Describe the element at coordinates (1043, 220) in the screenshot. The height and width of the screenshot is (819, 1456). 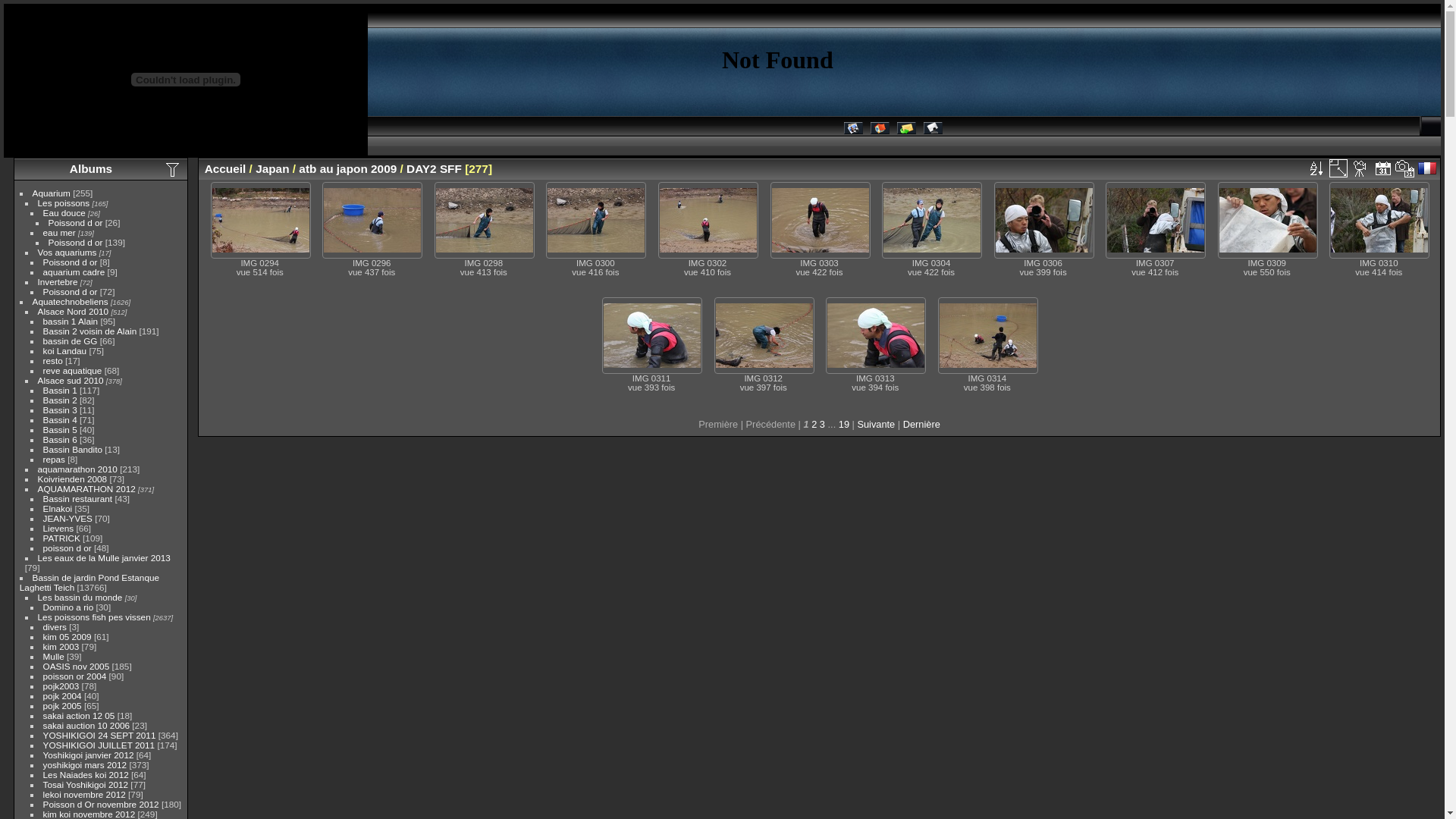
I see `'IMG 0306 (399 visites)'` at that location.